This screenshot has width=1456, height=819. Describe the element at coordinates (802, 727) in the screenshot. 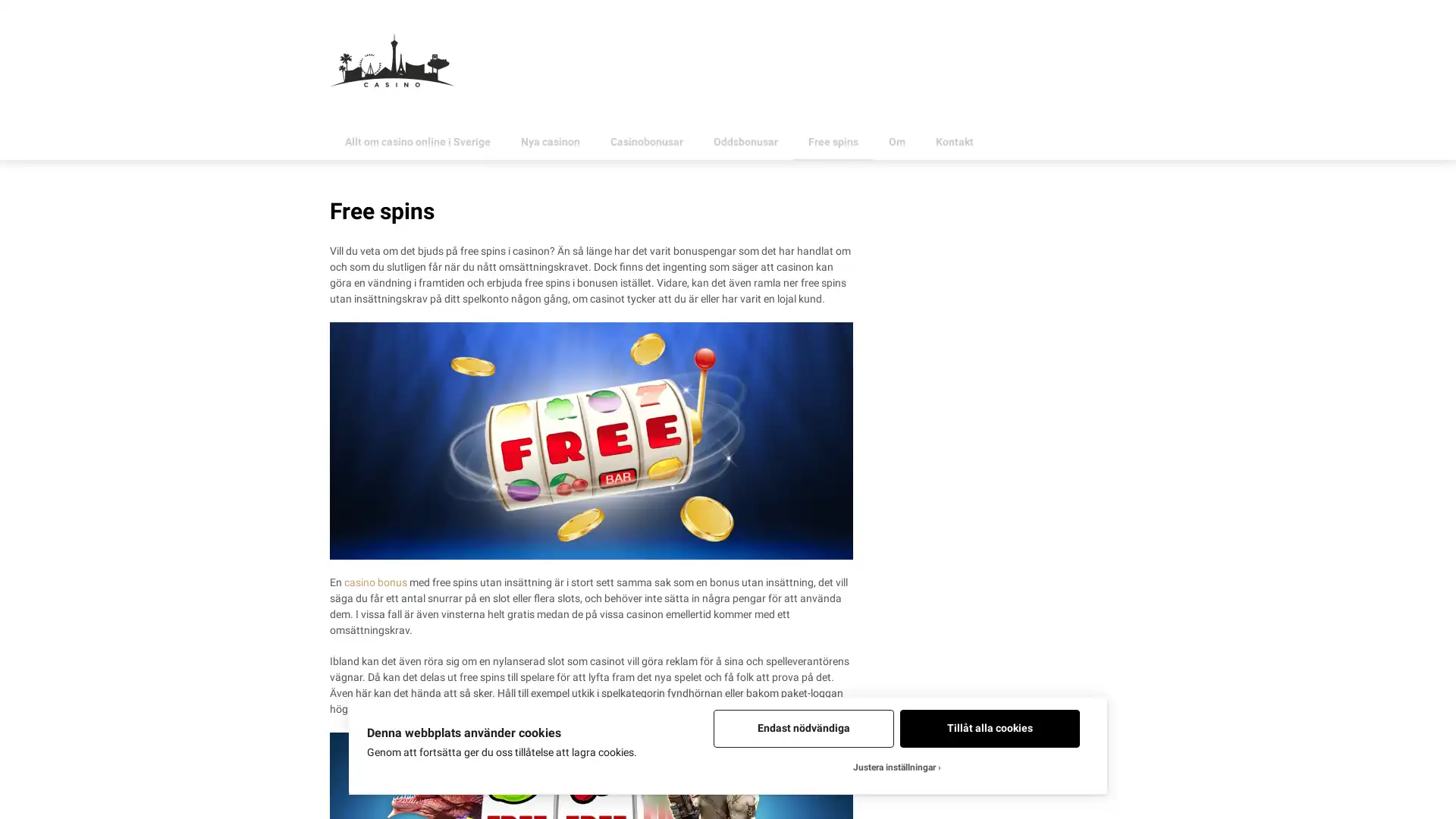

I see `Endast nodvandiga` at that location.